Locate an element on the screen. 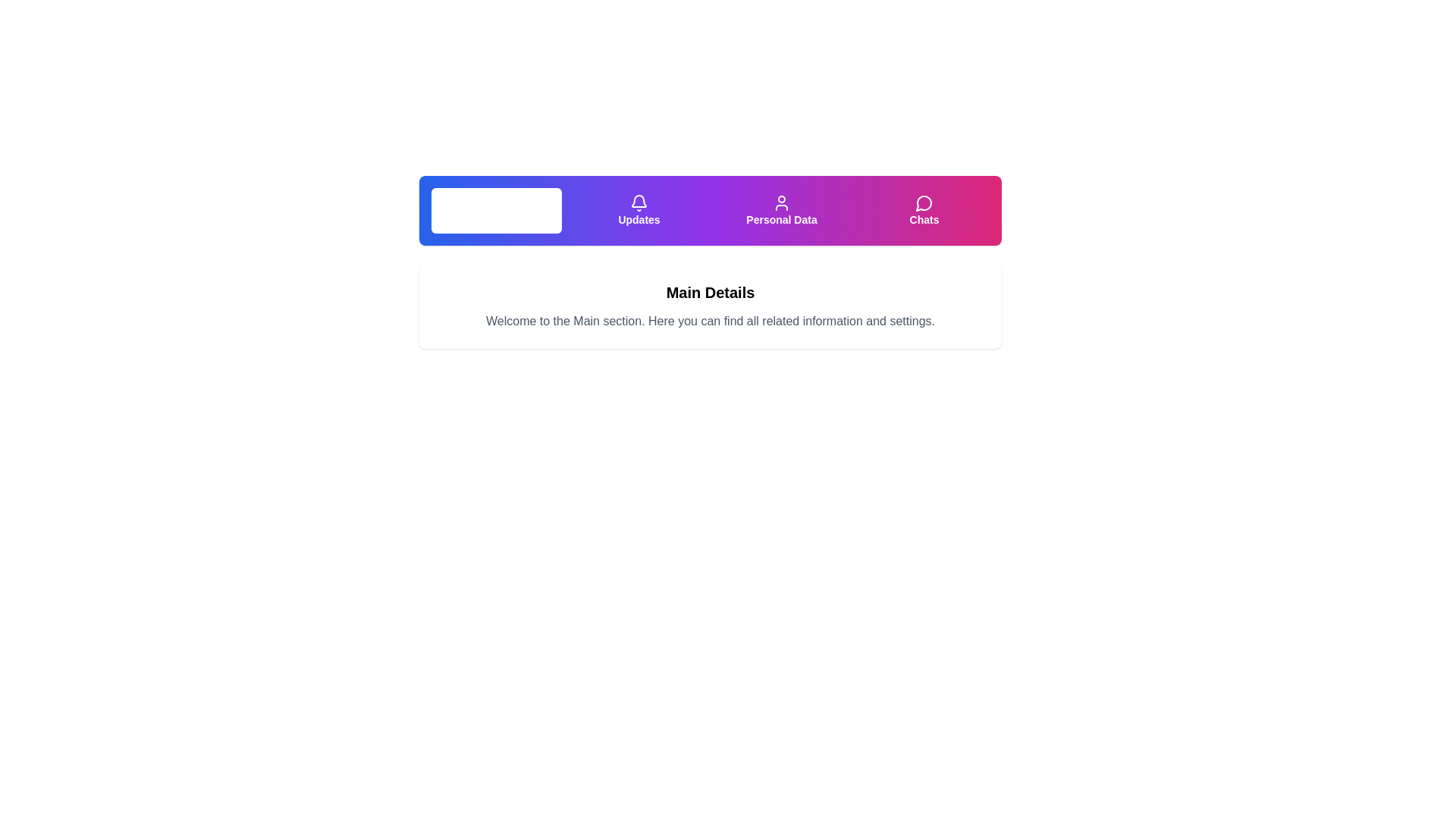  the text label displaying 'Updates' located beneath the bell icon in the top navigation bar is located at coordinates (639, 219).